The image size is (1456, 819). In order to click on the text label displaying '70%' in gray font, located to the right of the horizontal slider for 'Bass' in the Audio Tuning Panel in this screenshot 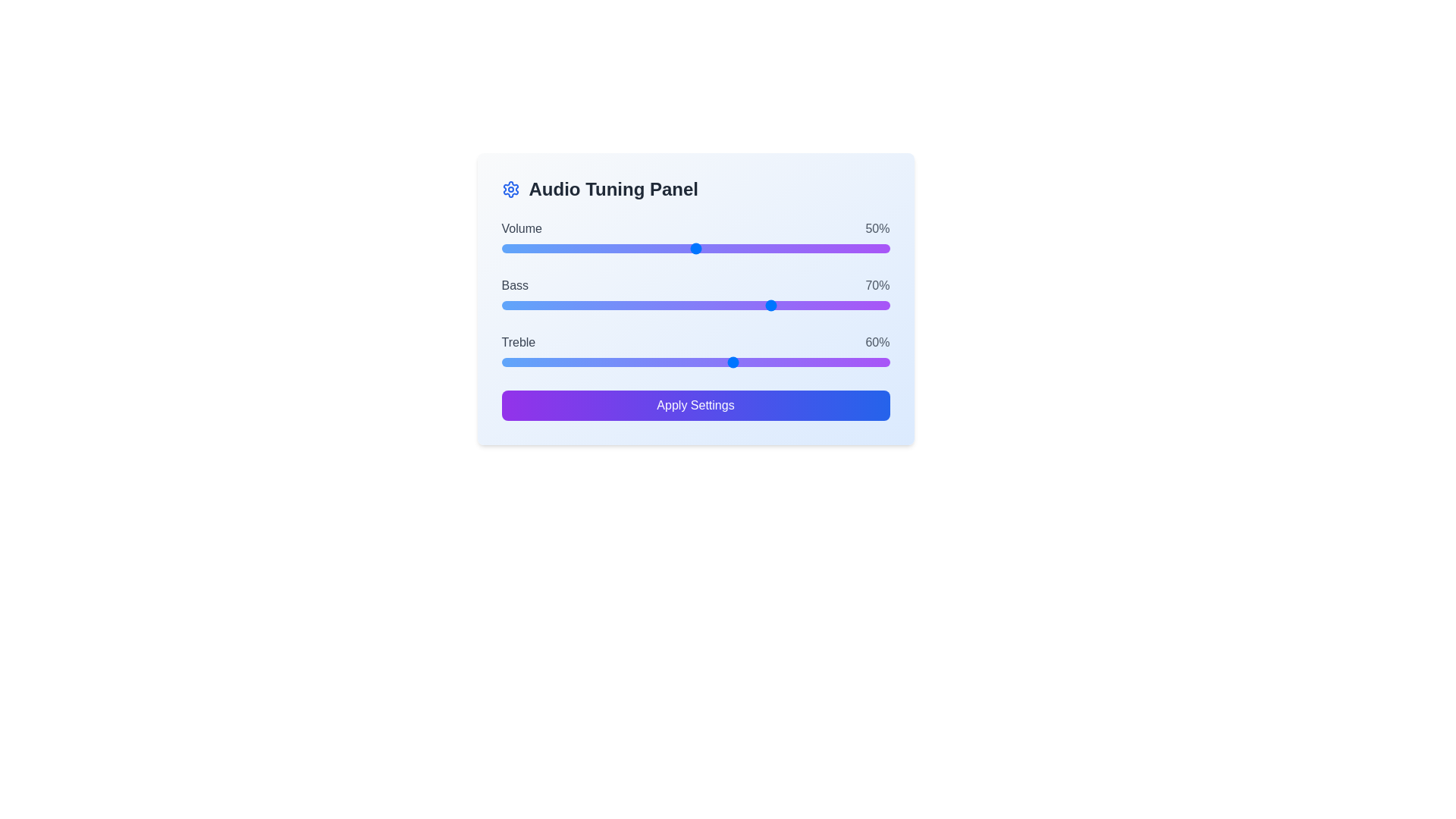, I will do `click(877, 286)`.